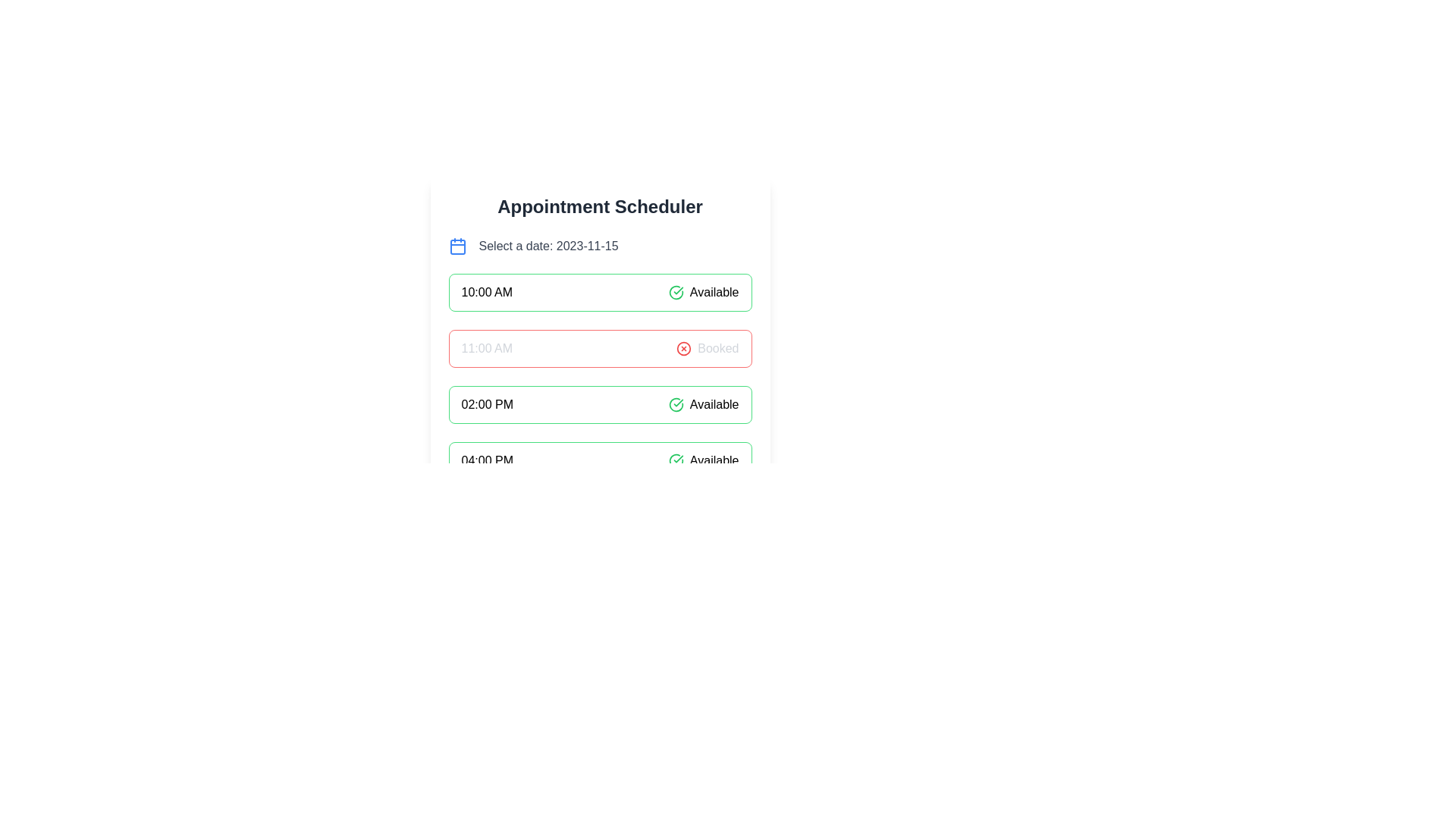 The width and height of the screenshot is (1456, 819). I want to click on the green outlined circular icon with a checkmark symbol indicating availability, located next to the text 'Available' in the upper-right corner of the first time slot's row in the appointment scheduler interface, so click(675, 460).